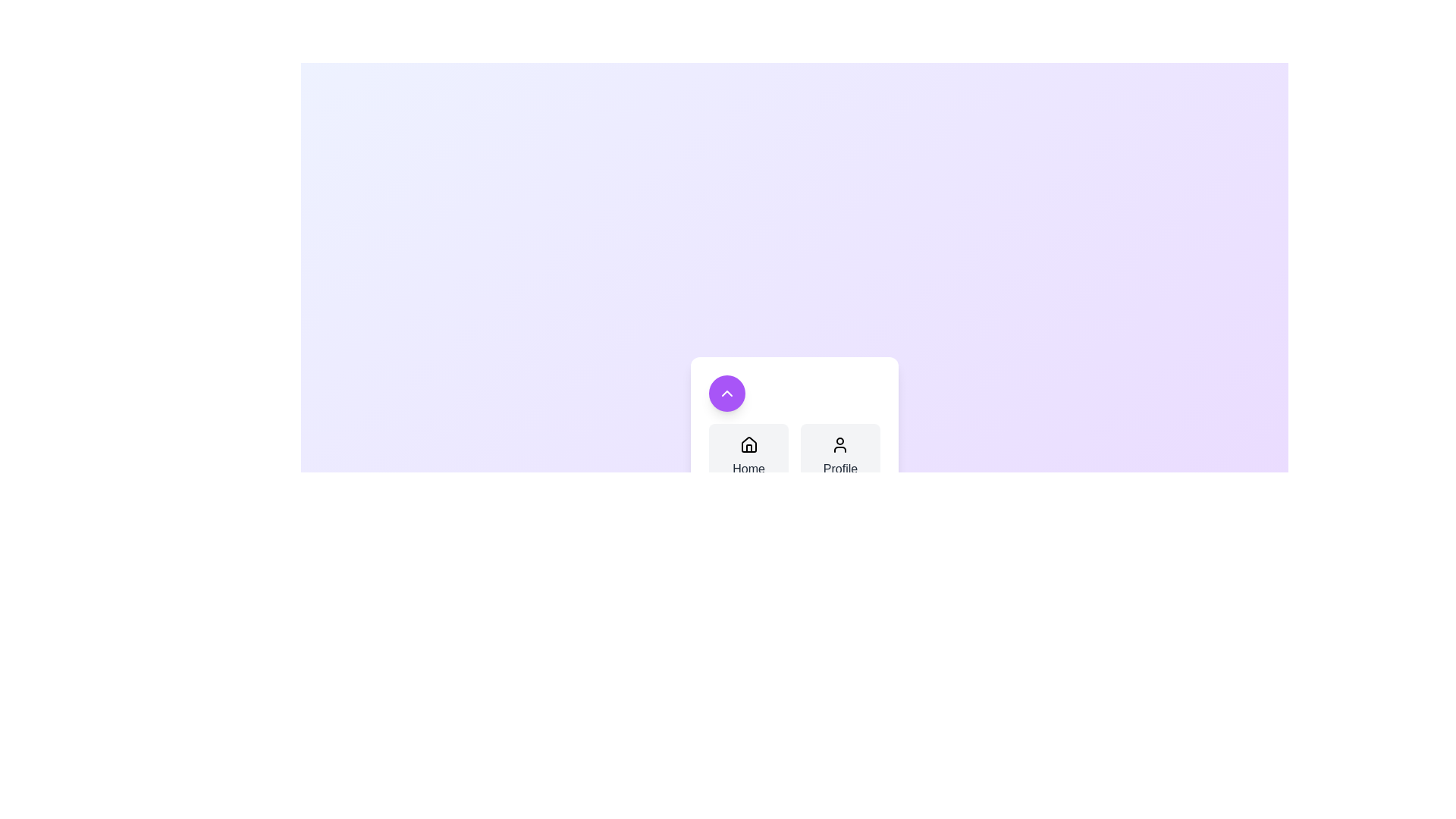 Image resolution: width=1456 pixels, height=819 pixels. Describe the element at coordinates (748, 456) in the screenshot. I see `the action button labeled Home in the expanded menu` at that location.